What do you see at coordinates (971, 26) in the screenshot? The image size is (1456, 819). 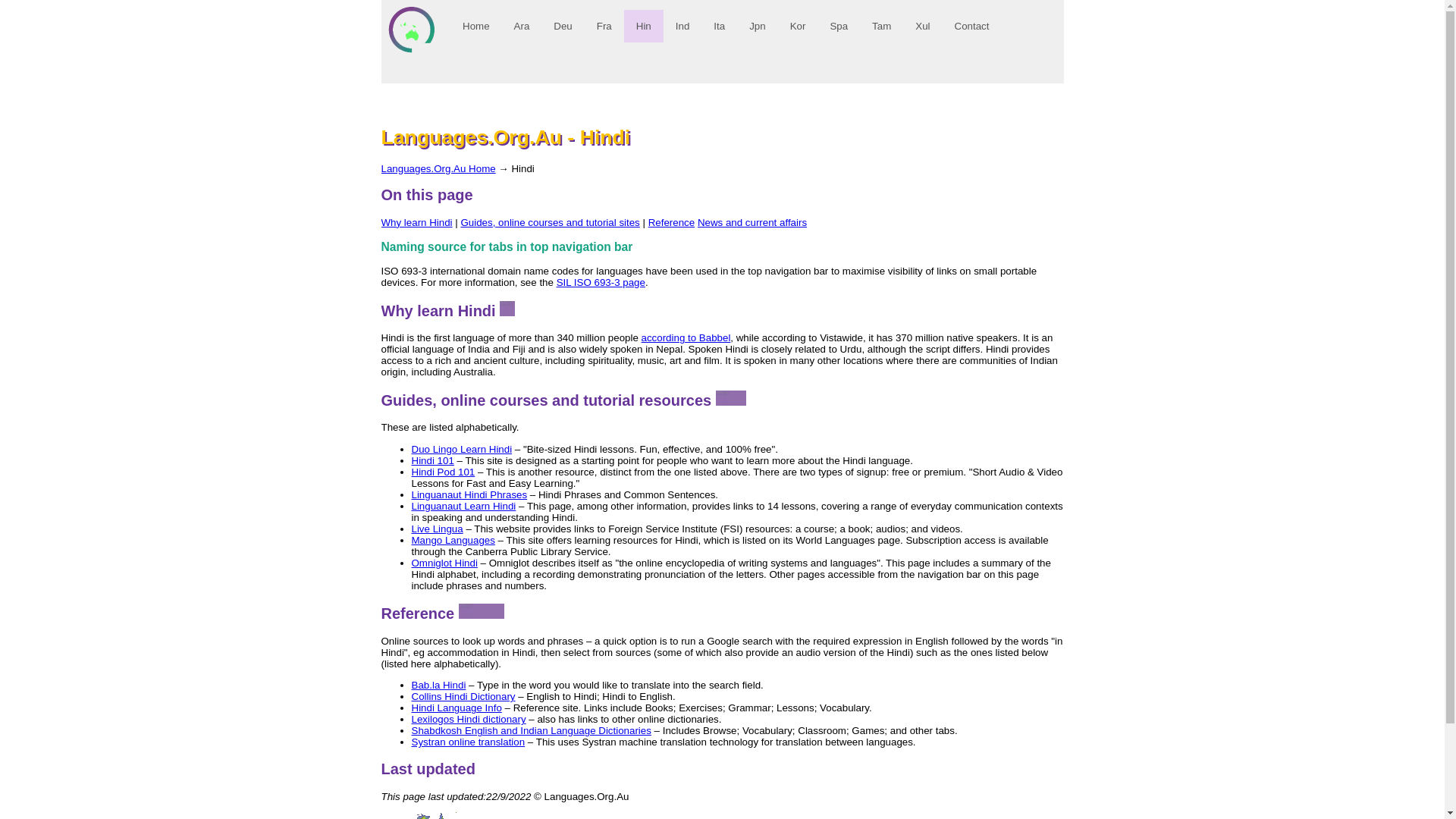 I see `'Contact'` at bounding box center [971, 26].